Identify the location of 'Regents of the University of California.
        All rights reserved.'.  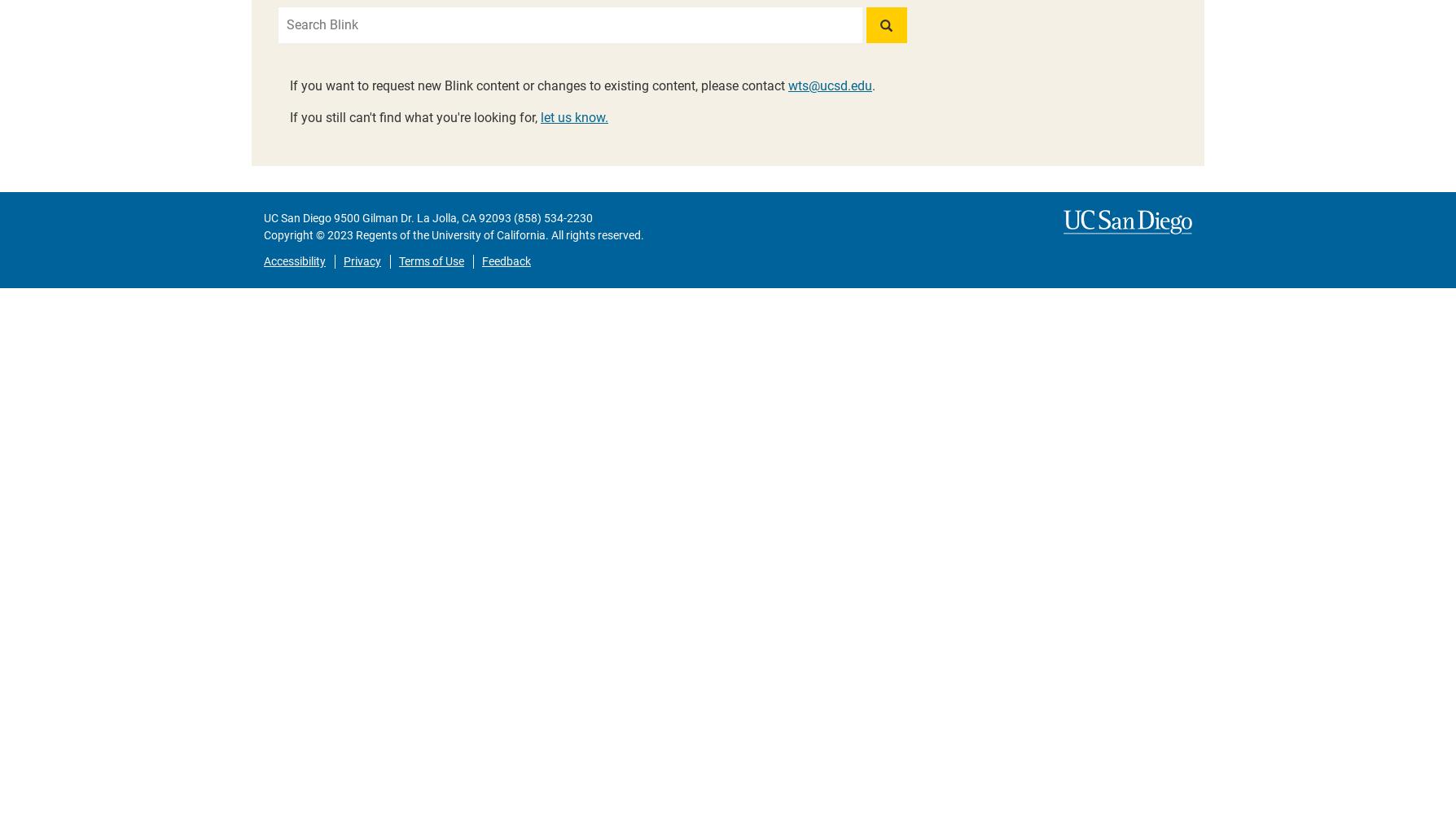
(352, 235).